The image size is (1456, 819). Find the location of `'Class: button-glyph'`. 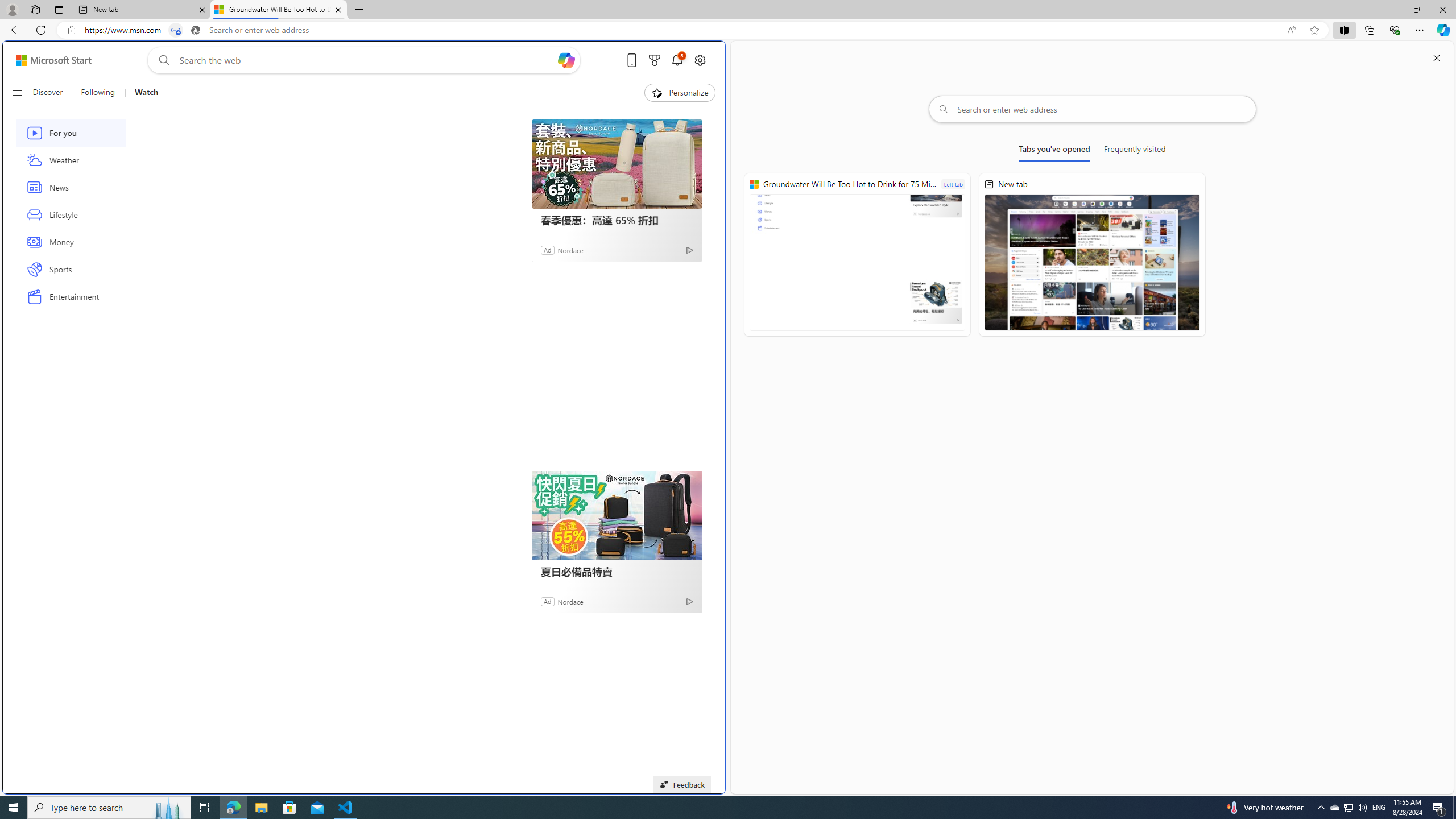

'Class: button-glyph' is located at coordinates (16, 92).